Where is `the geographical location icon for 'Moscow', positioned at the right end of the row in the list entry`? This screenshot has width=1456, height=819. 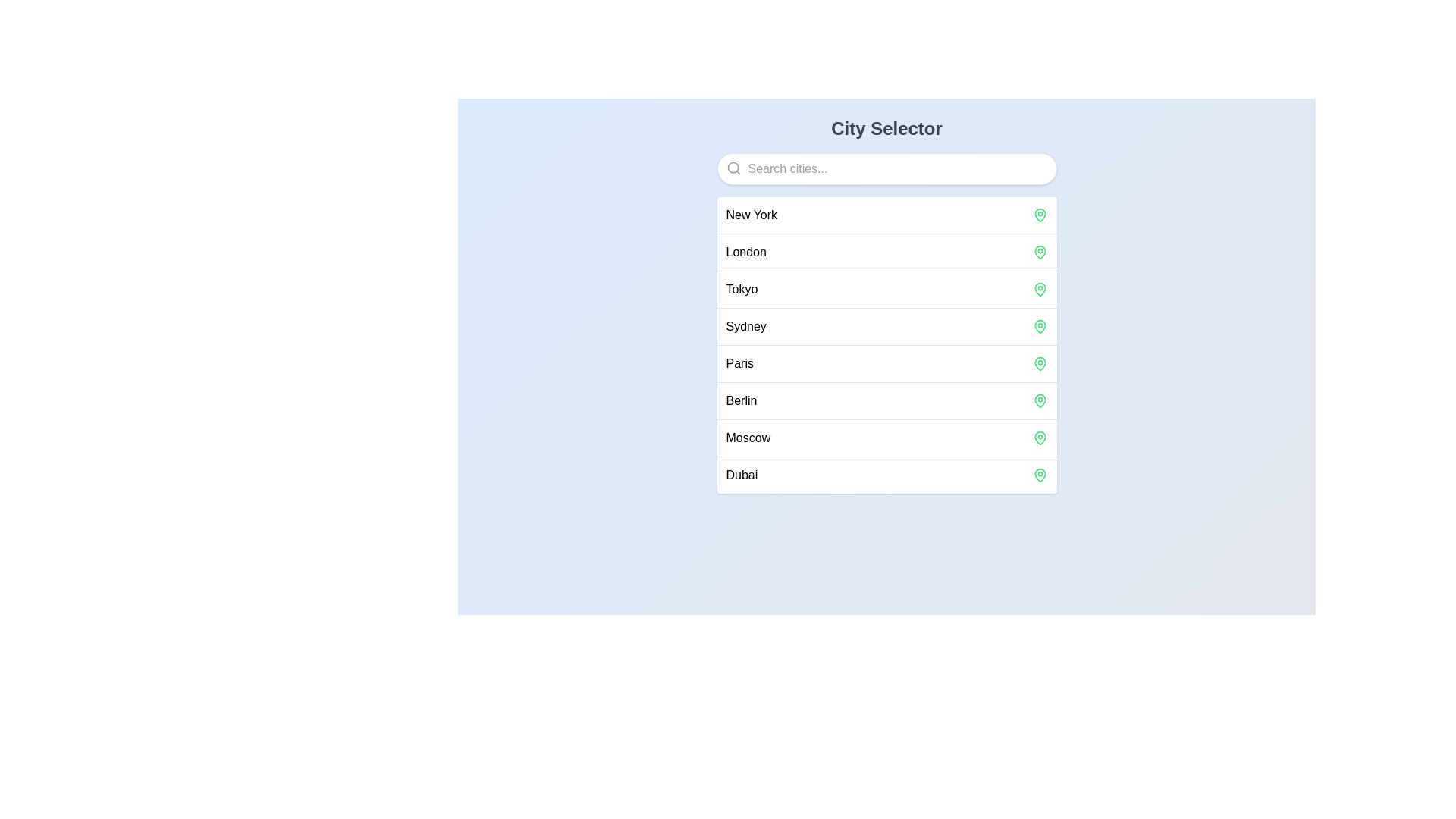 the geographical location icon for 'Moscow', positioned at the right end of the row in the list entry is located at coordinates (1039, 438).